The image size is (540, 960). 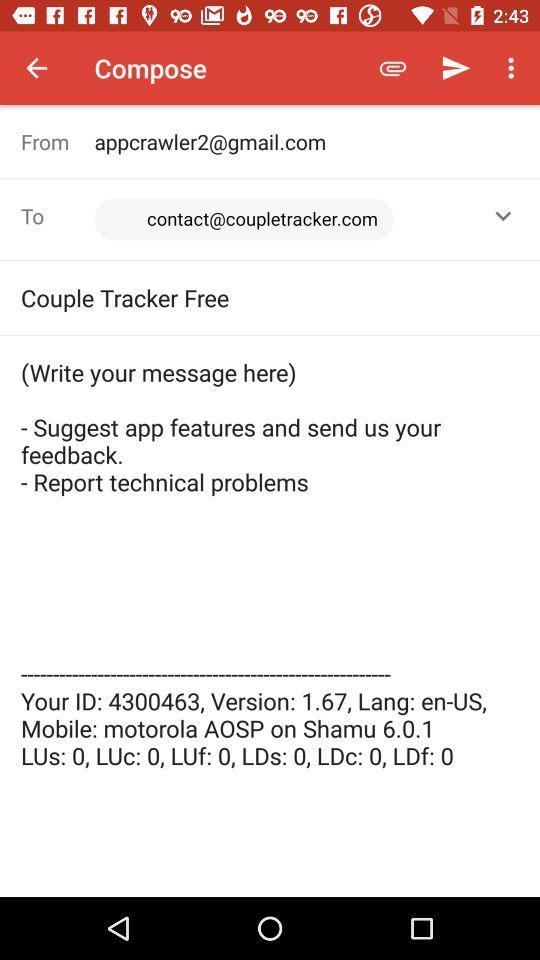 What do you see at coordinates (57, 216) in the screenshot?
I see `to icon` at bounding box center [57, 216].